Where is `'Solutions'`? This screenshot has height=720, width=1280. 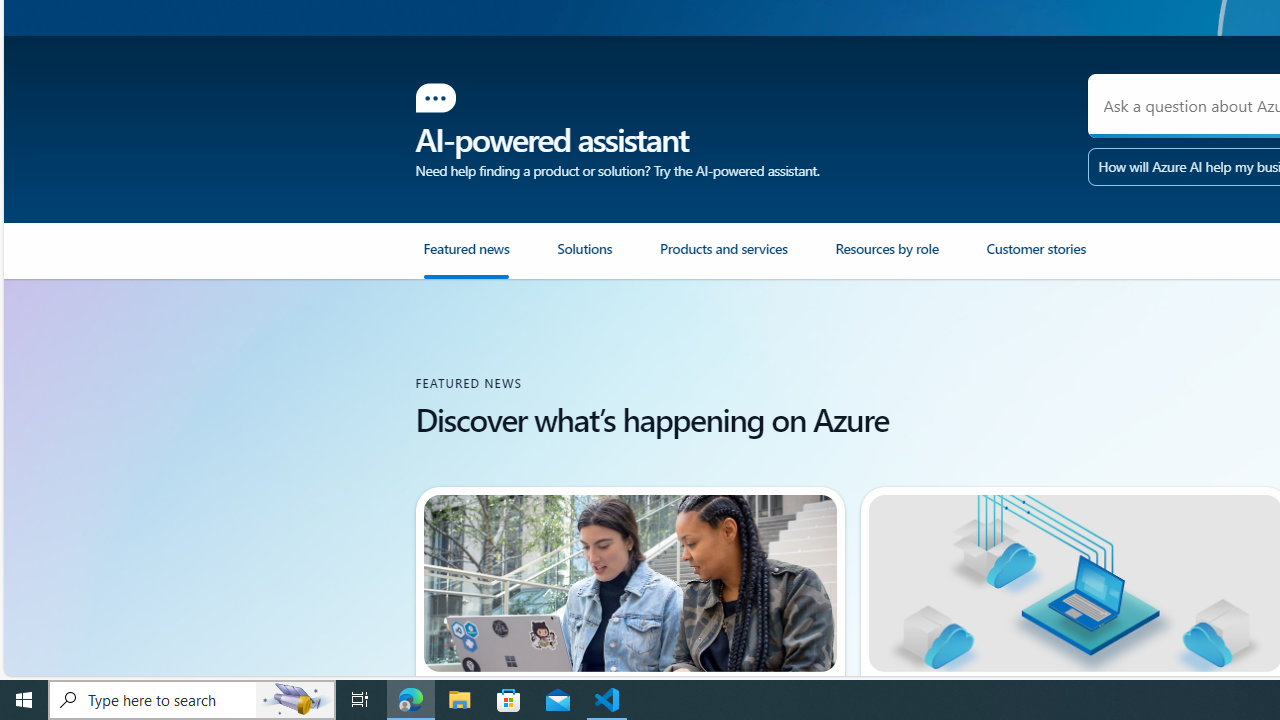 'Solutions' is located at coordinates (583, 256).